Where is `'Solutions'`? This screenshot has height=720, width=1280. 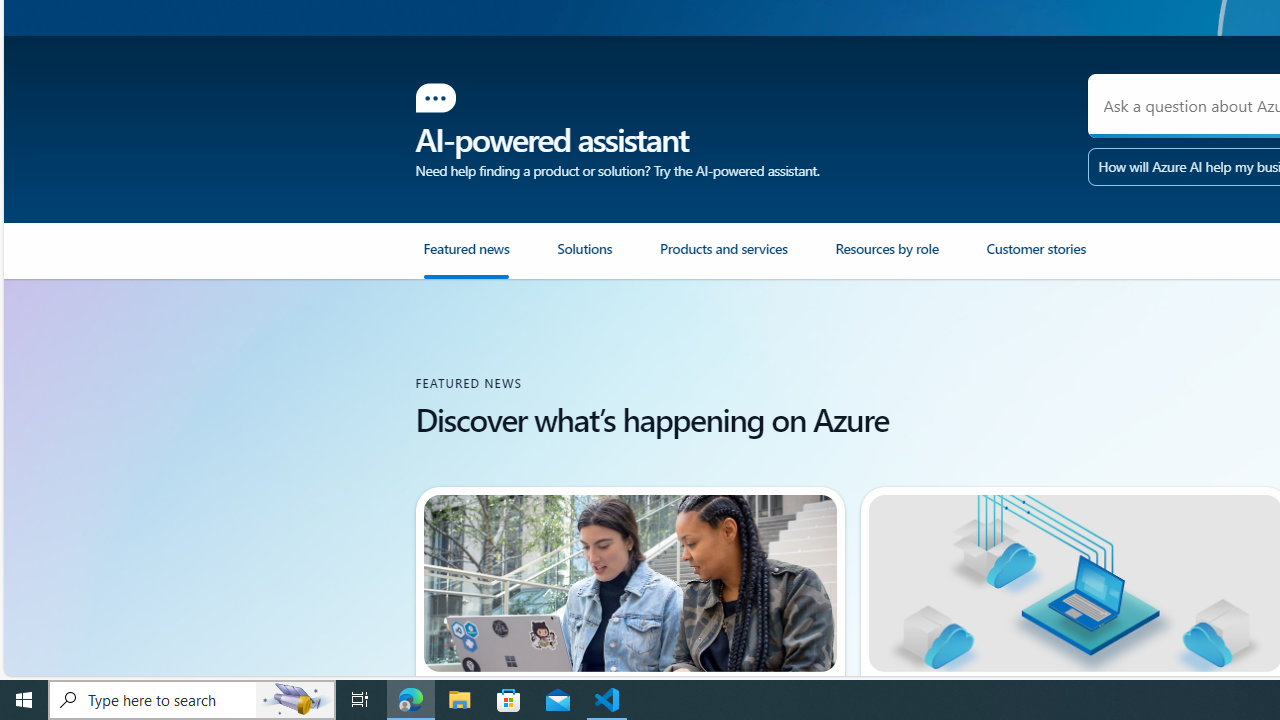 'Solutions' is located at coordinates (583, 256).